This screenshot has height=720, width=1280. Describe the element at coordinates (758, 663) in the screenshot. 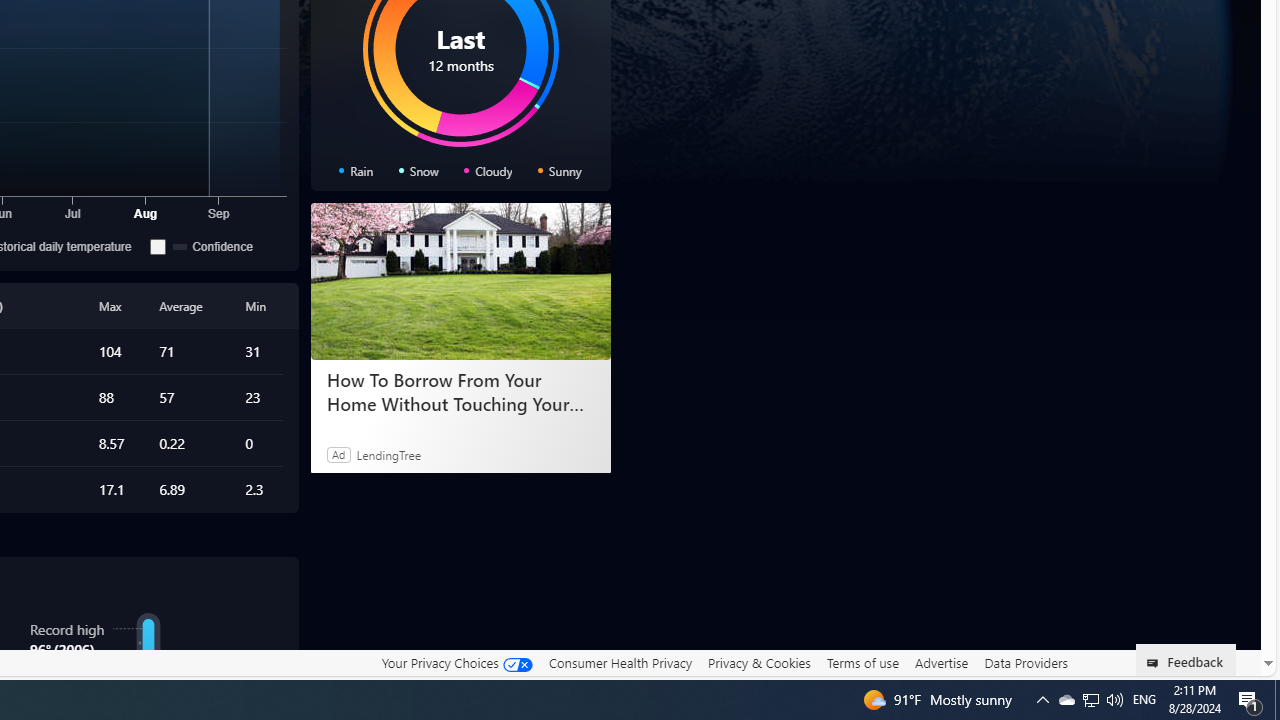

I see `'Privacy & Cookies'` at that location.